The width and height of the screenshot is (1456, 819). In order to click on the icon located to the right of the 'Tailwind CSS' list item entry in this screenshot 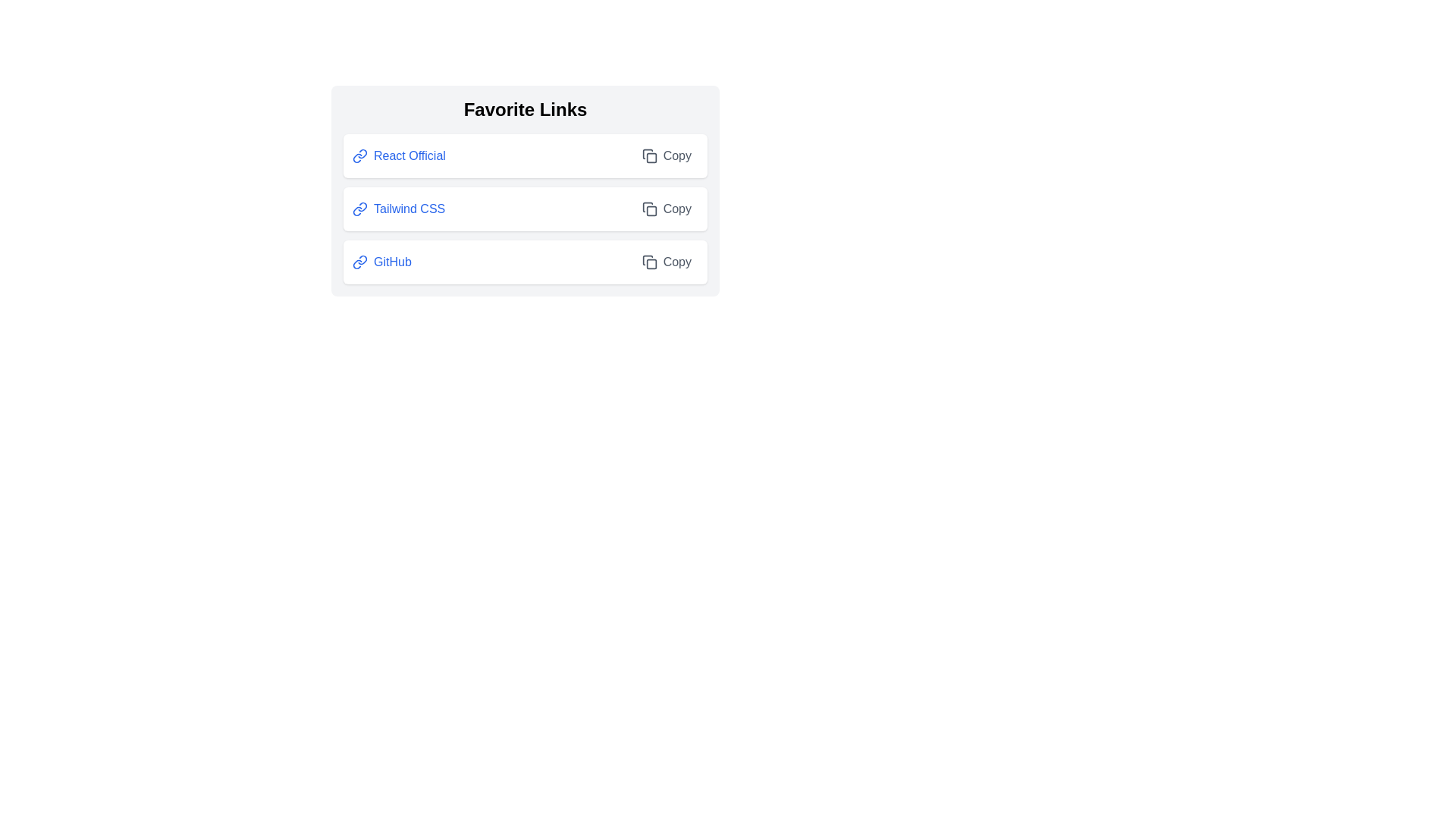, I will do `click(651, 211)`.